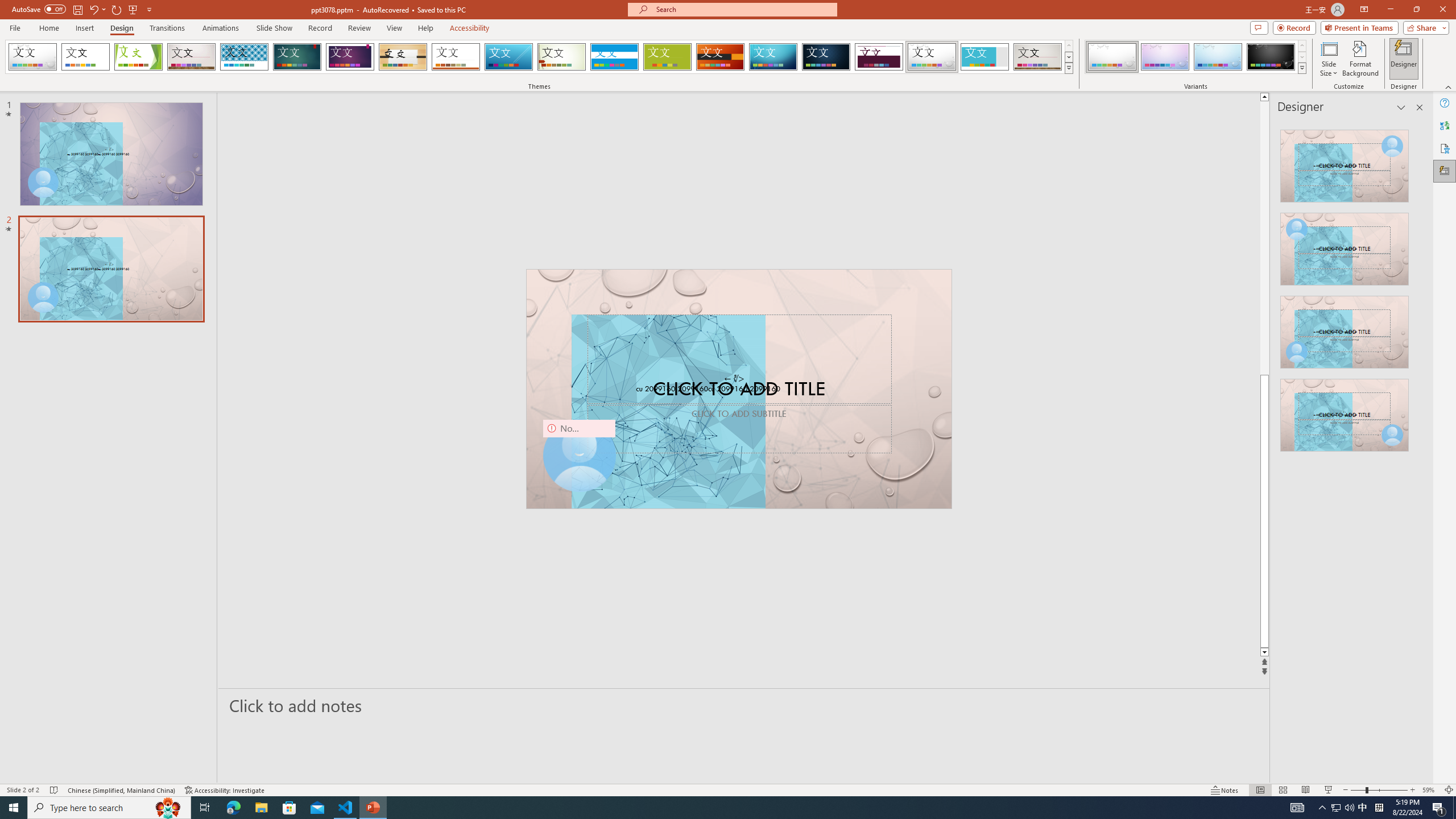 The image size is (1456, 819). Describe the element at coordinates (879, 56) in the screenshot. I see `'Dividend'` at that location.